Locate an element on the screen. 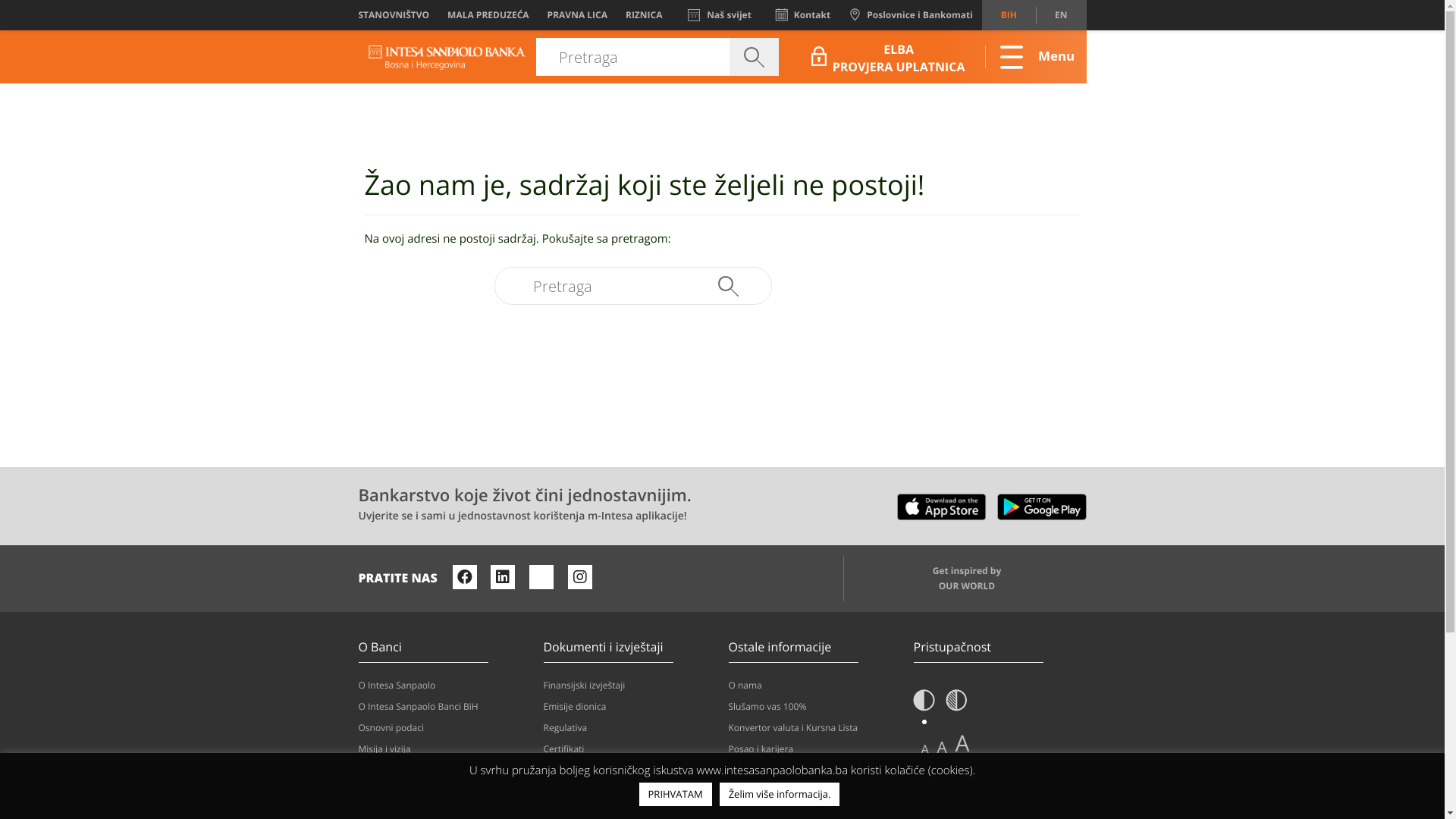  'Certifikati' is located at coordinates (629, 748).